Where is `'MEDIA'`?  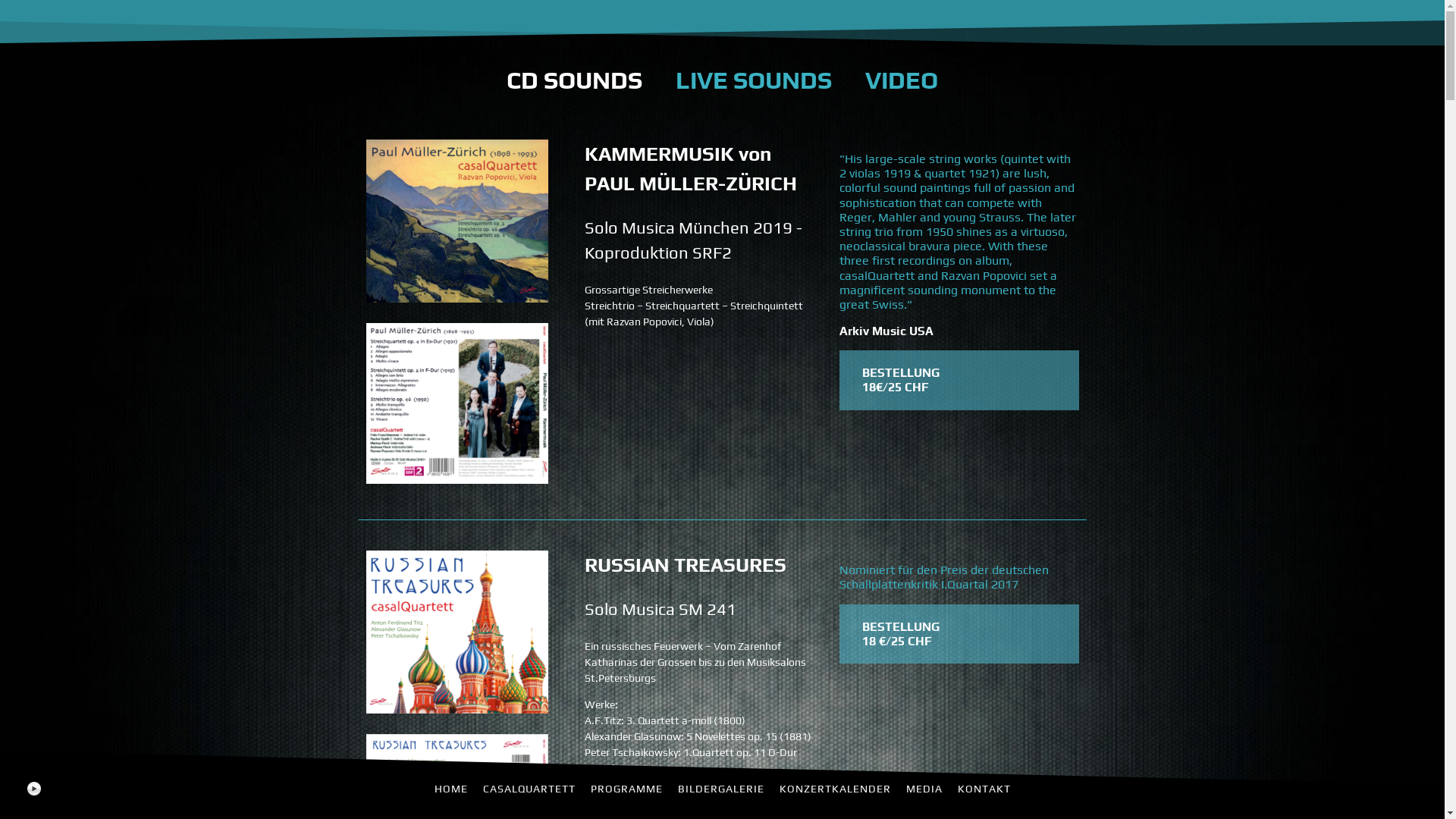 'MEDIA' is located at coordinates (923, 788).